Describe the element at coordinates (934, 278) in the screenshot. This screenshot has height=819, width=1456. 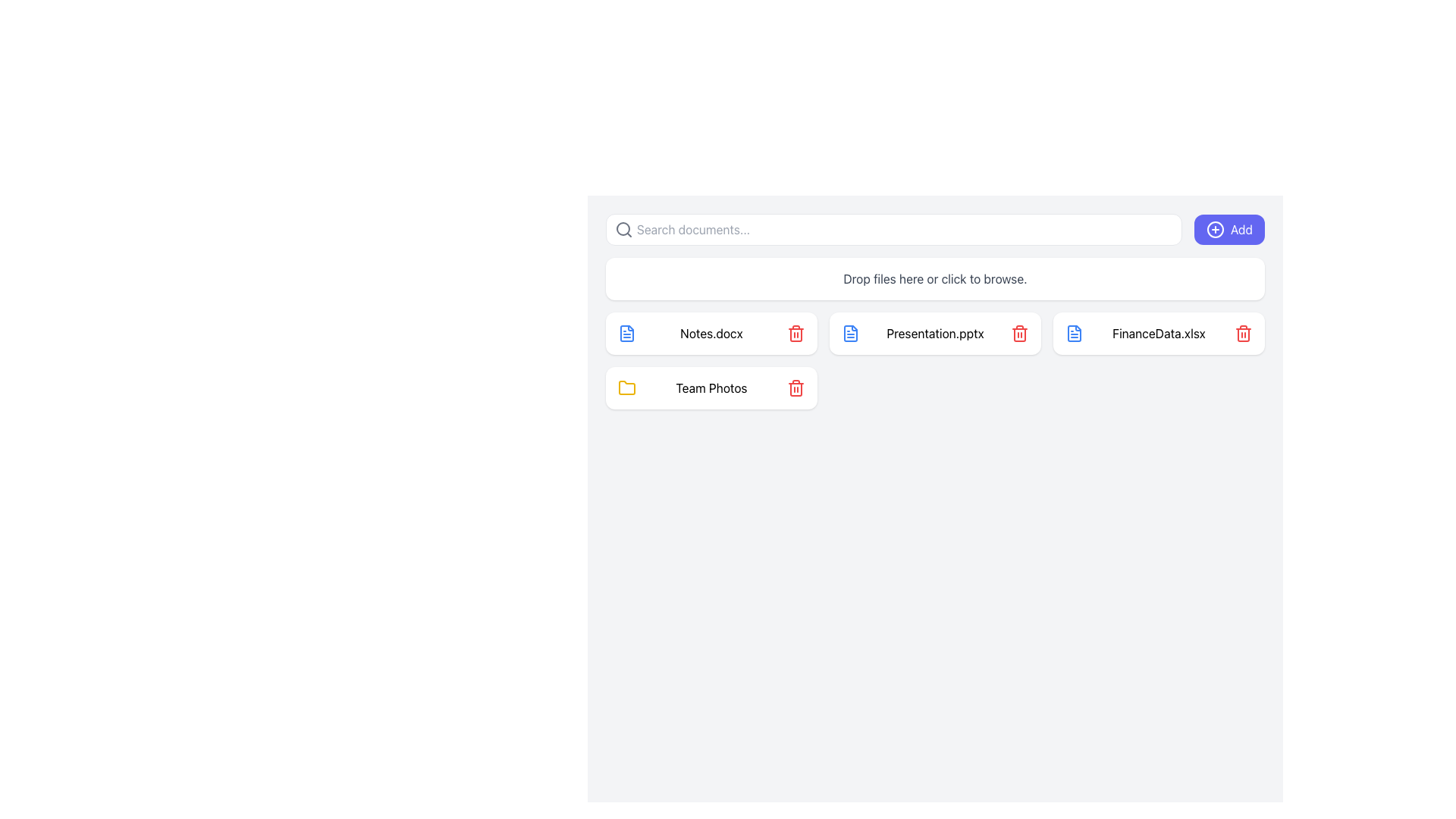
I see `the instructional Label element for file uploading, located near the top of the main content area, below the search bar, and above the grid-like display of file items` at that location.